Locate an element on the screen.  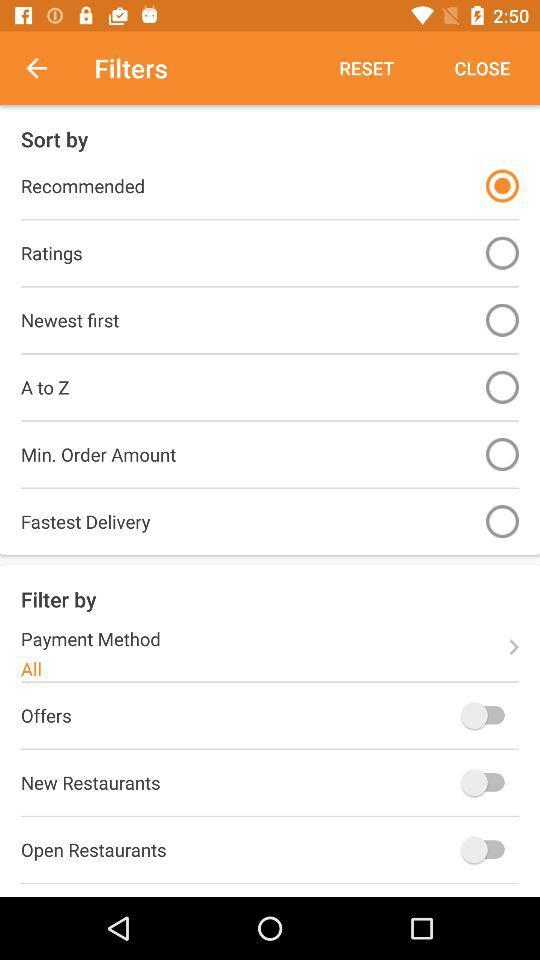
return to previous page is located at coordinates (47, 68).